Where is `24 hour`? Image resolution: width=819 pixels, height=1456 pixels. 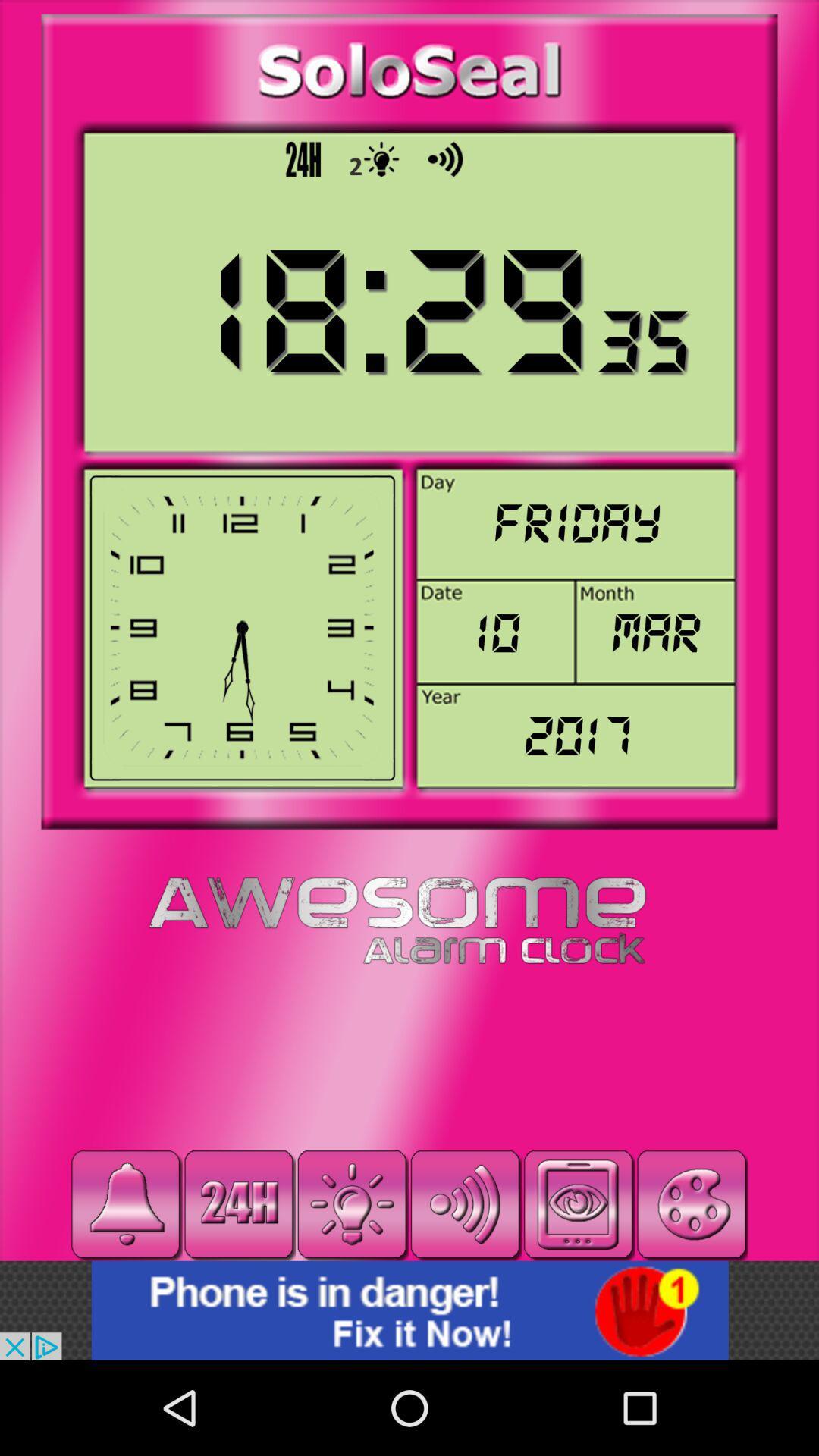
24 hour is located at coordinates (239, 1203).